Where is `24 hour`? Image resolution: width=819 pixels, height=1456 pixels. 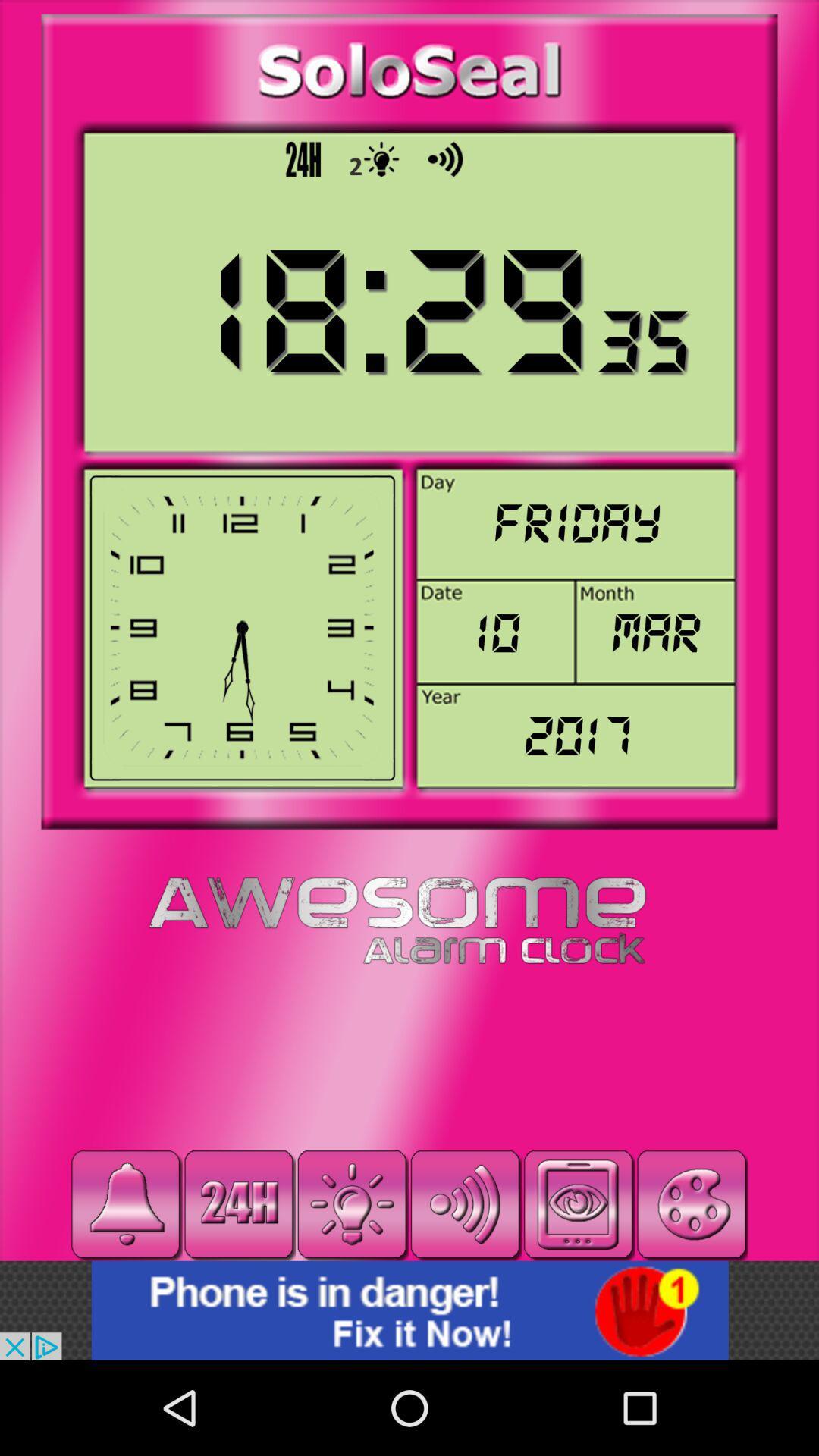
24 hour is located at coordinates (239, 1203).